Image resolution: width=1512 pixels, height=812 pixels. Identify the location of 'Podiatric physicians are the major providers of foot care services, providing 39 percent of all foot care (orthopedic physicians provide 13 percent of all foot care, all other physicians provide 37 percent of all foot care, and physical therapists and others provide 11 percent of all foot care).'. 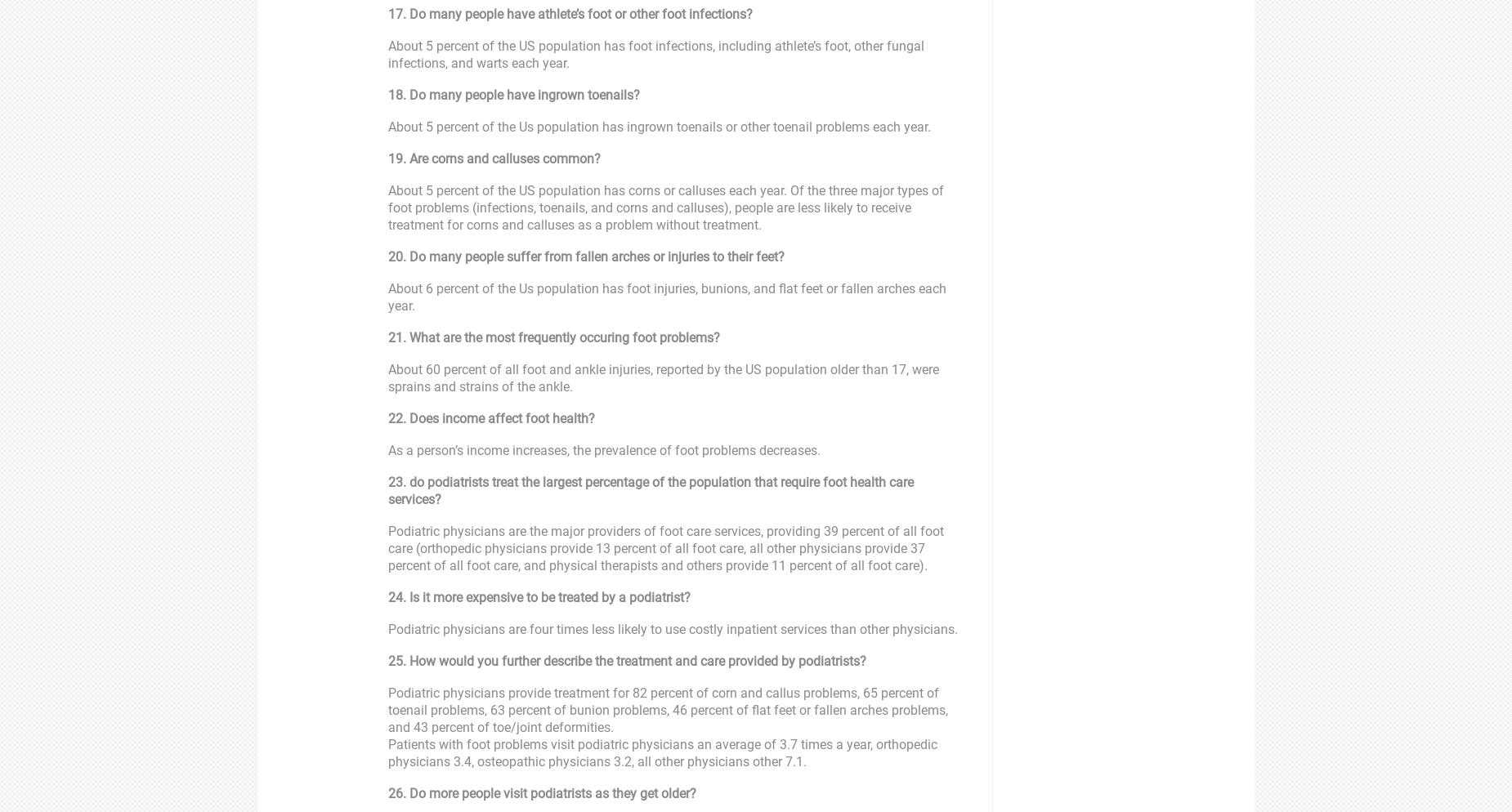
(665, 548).